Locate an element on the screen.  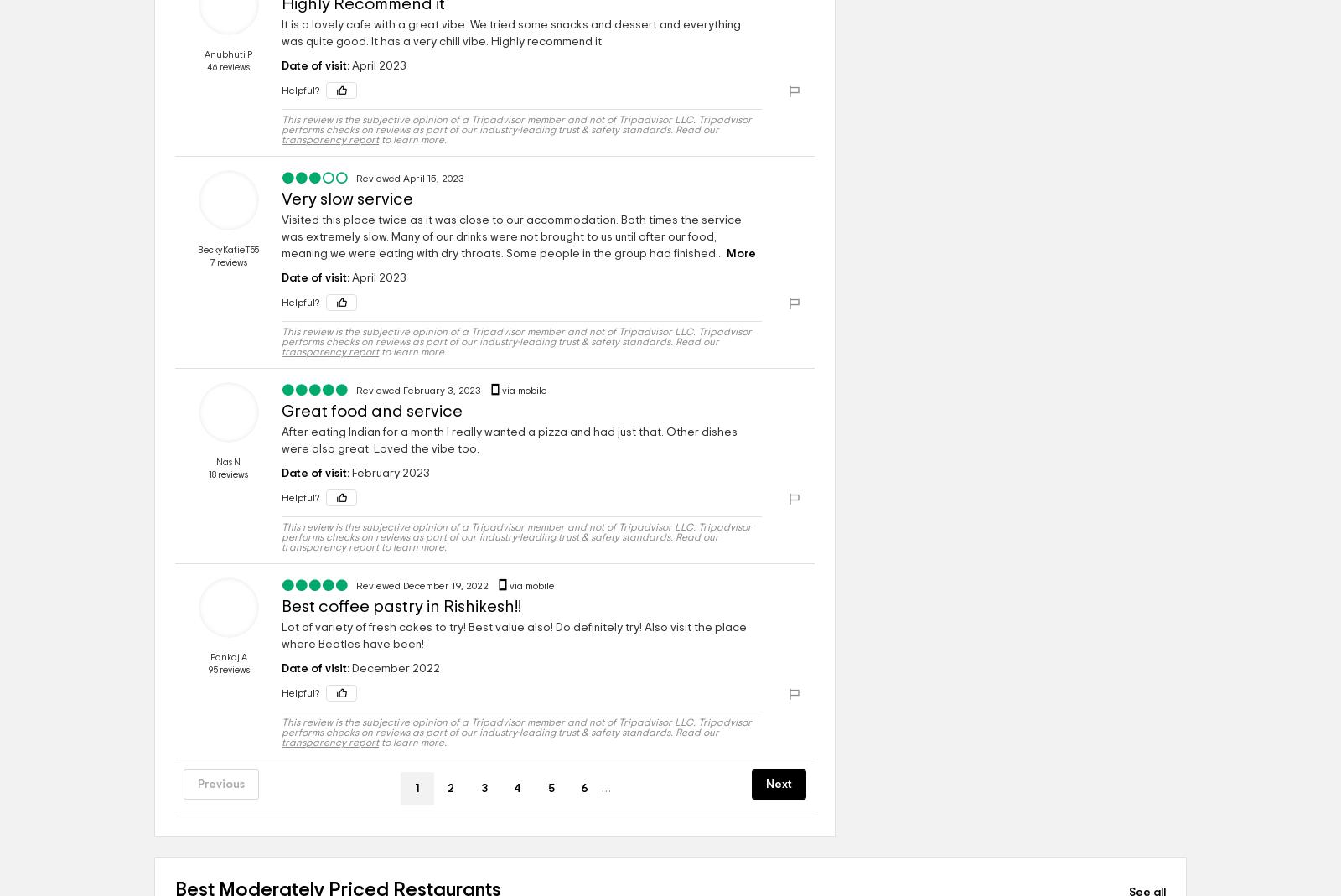
'1' is located at coordinates (413, 788).